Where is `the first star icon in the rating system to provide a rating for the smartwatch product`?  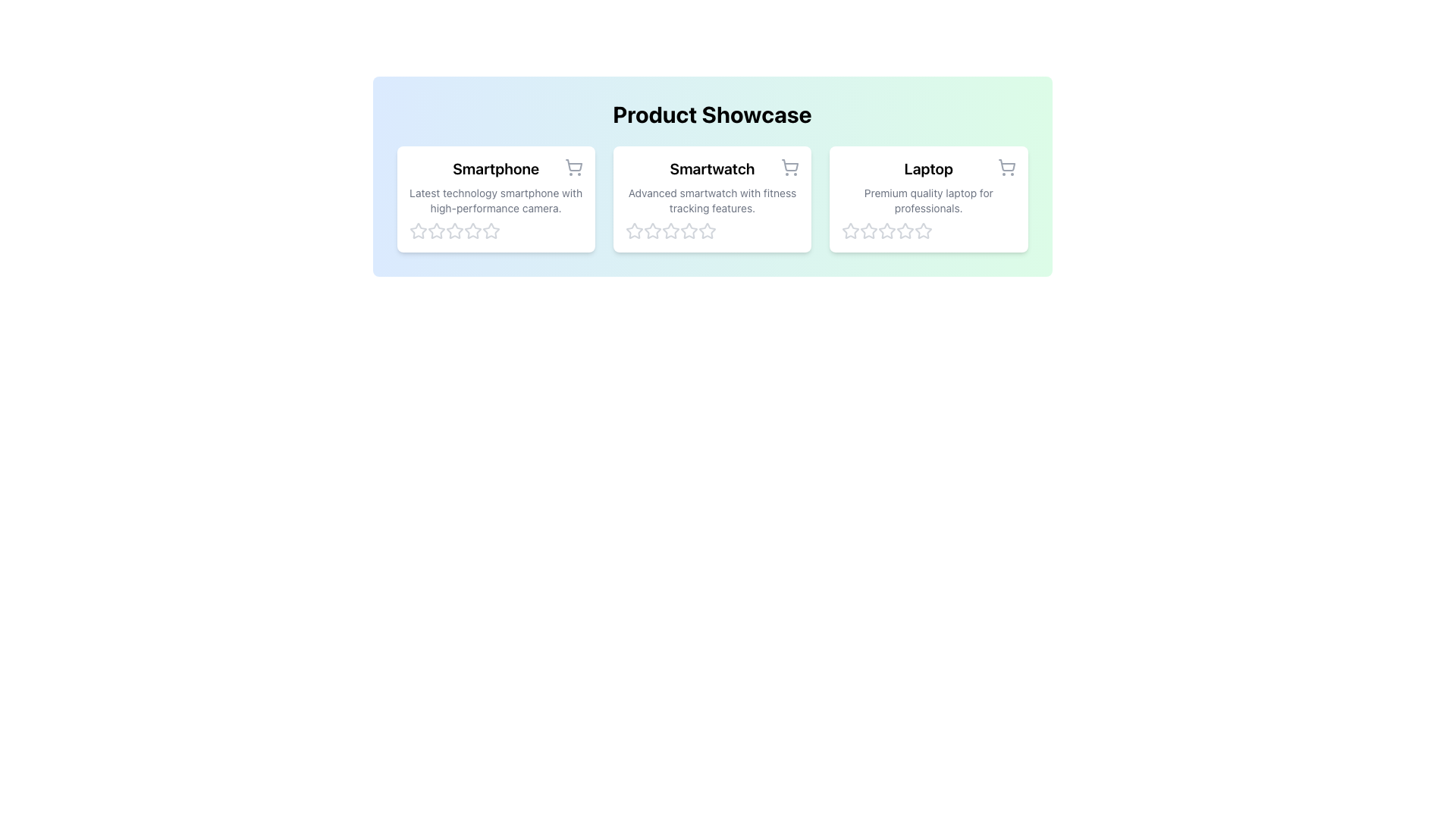 the first star icon in the rating system to provide a rating for the smartwatch product is located at coordinates (652, 231).